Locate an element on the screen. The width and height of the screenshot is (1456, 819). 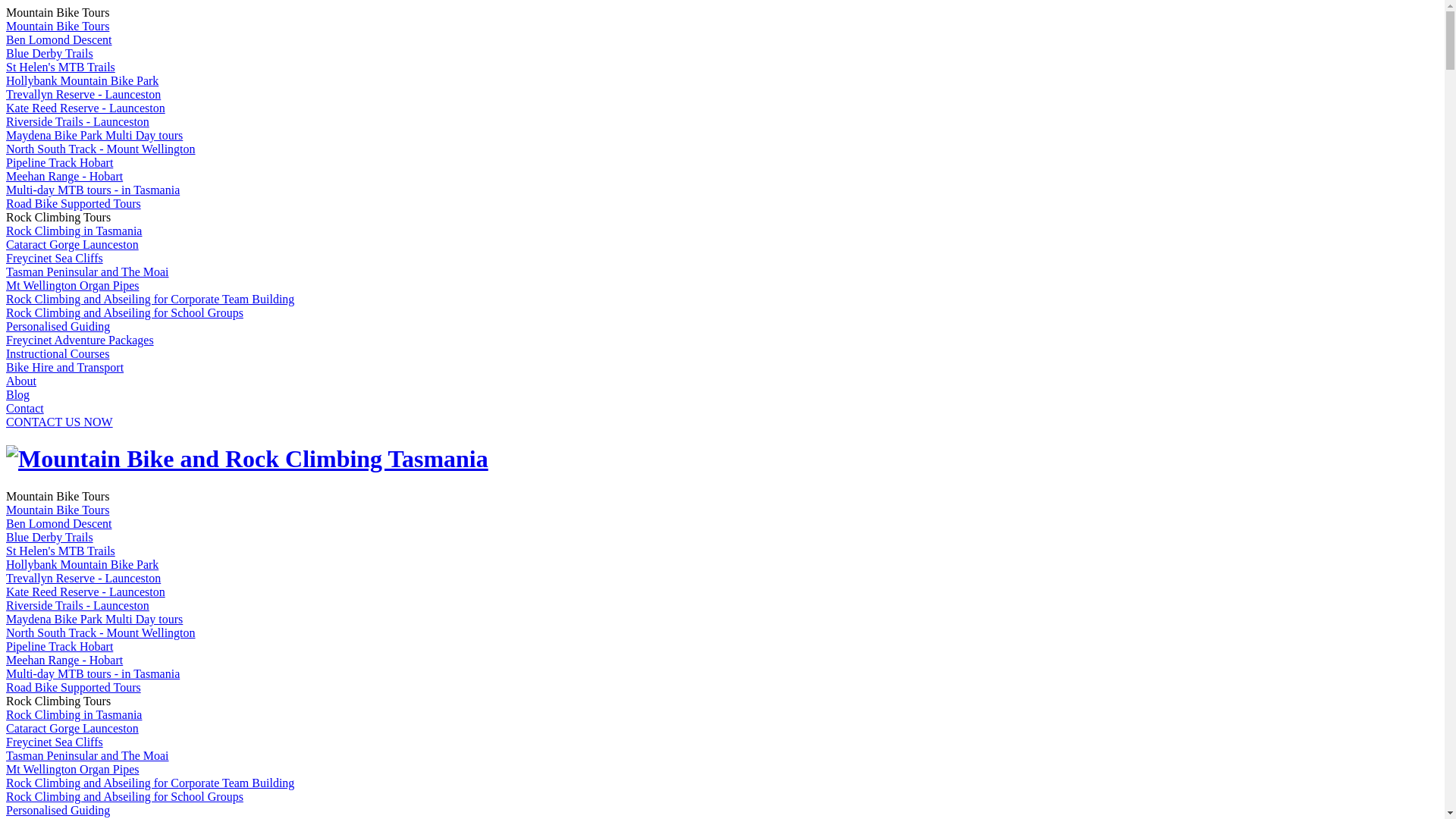
'North South Track - Mount Wellington' is located at coordinates (100, 149).